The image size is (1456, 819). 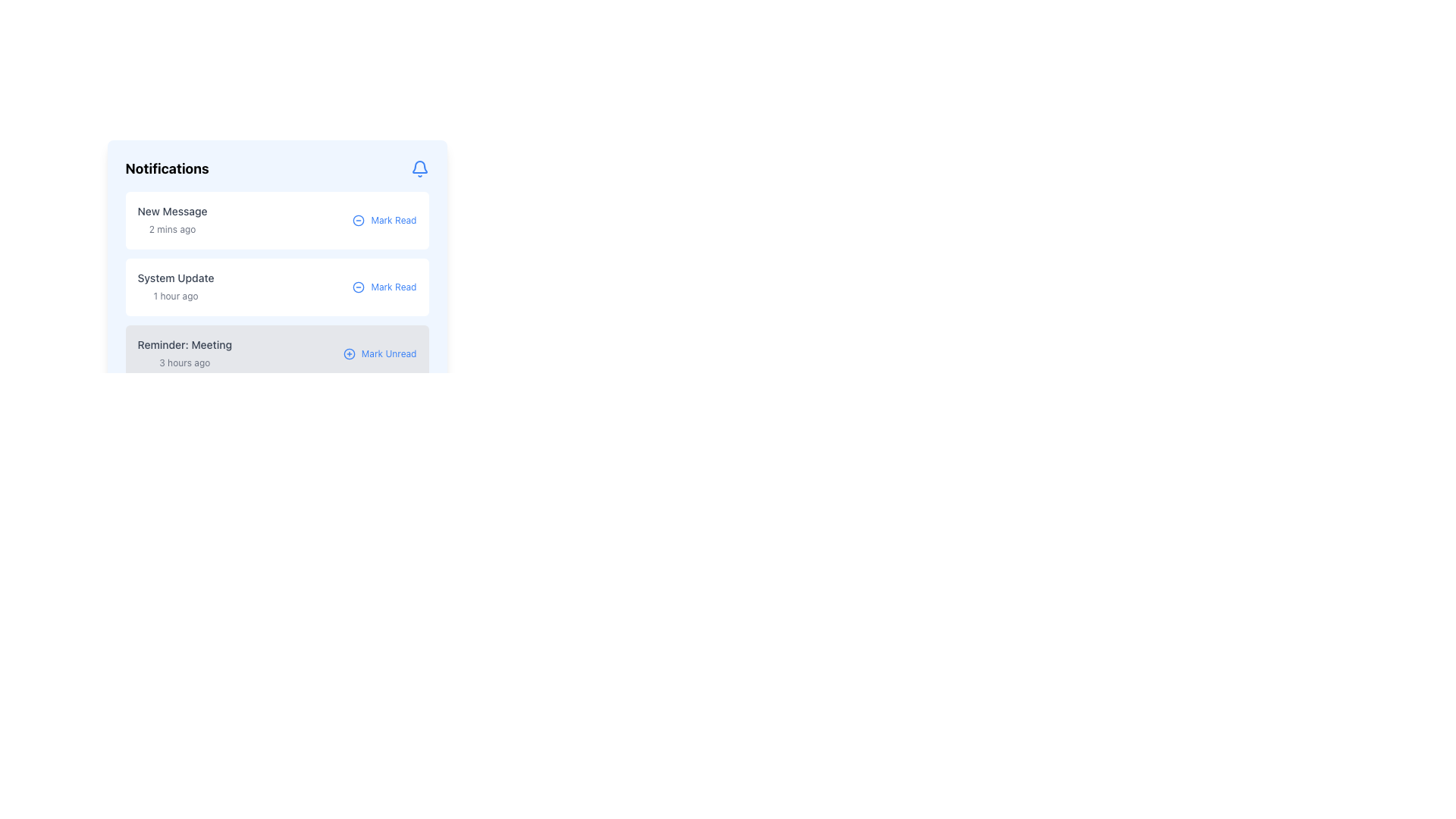 What do you see at coordinates (419, 169) in the screenshot?
I see `the small, blue notification bell icon located next to the 'Notifications' header in the notification panel` at bounding box center [419, 169].